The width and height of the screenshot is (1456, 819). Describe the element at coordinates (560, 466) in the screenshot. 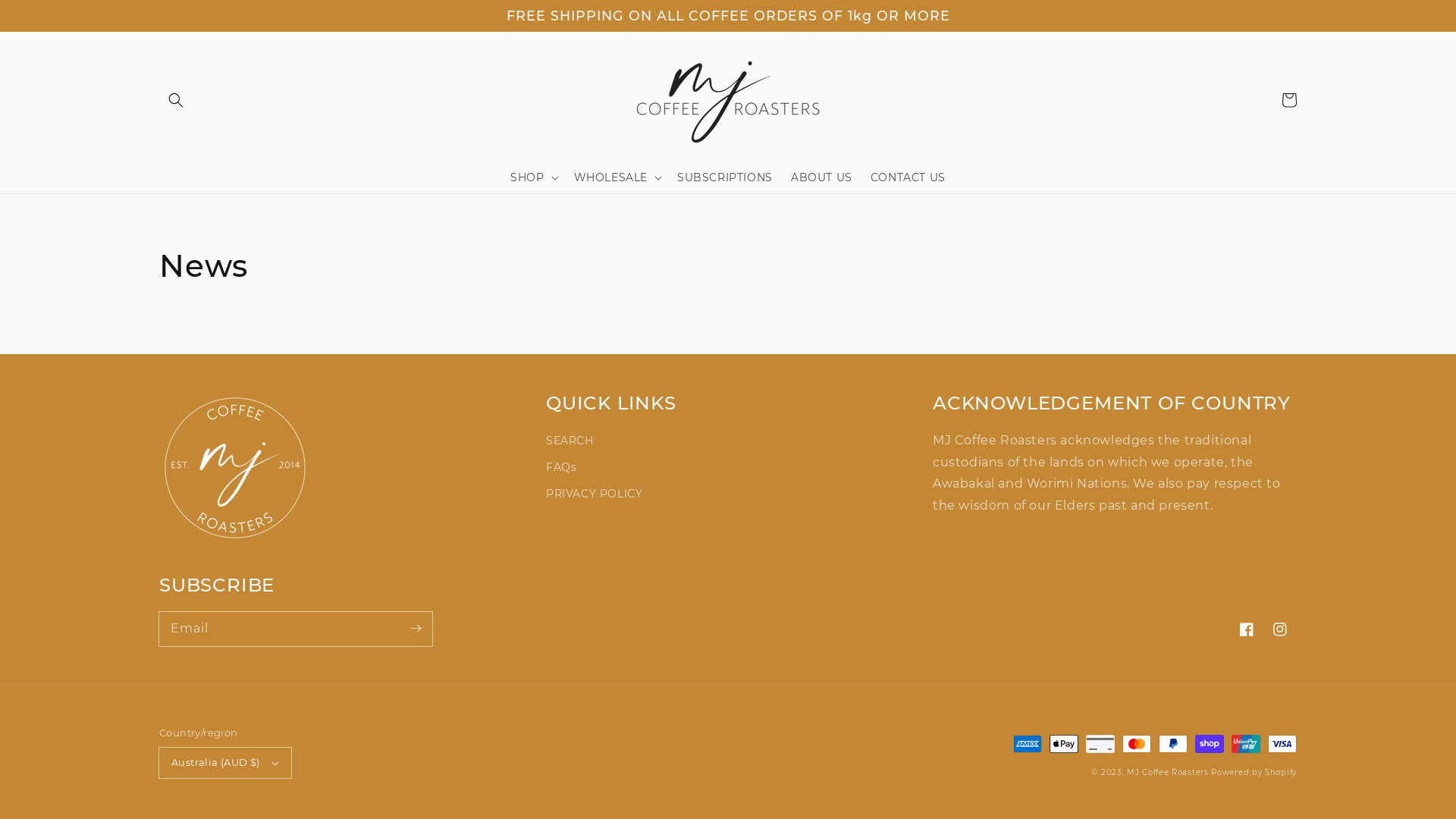

I see `'FAQs'` at that location.